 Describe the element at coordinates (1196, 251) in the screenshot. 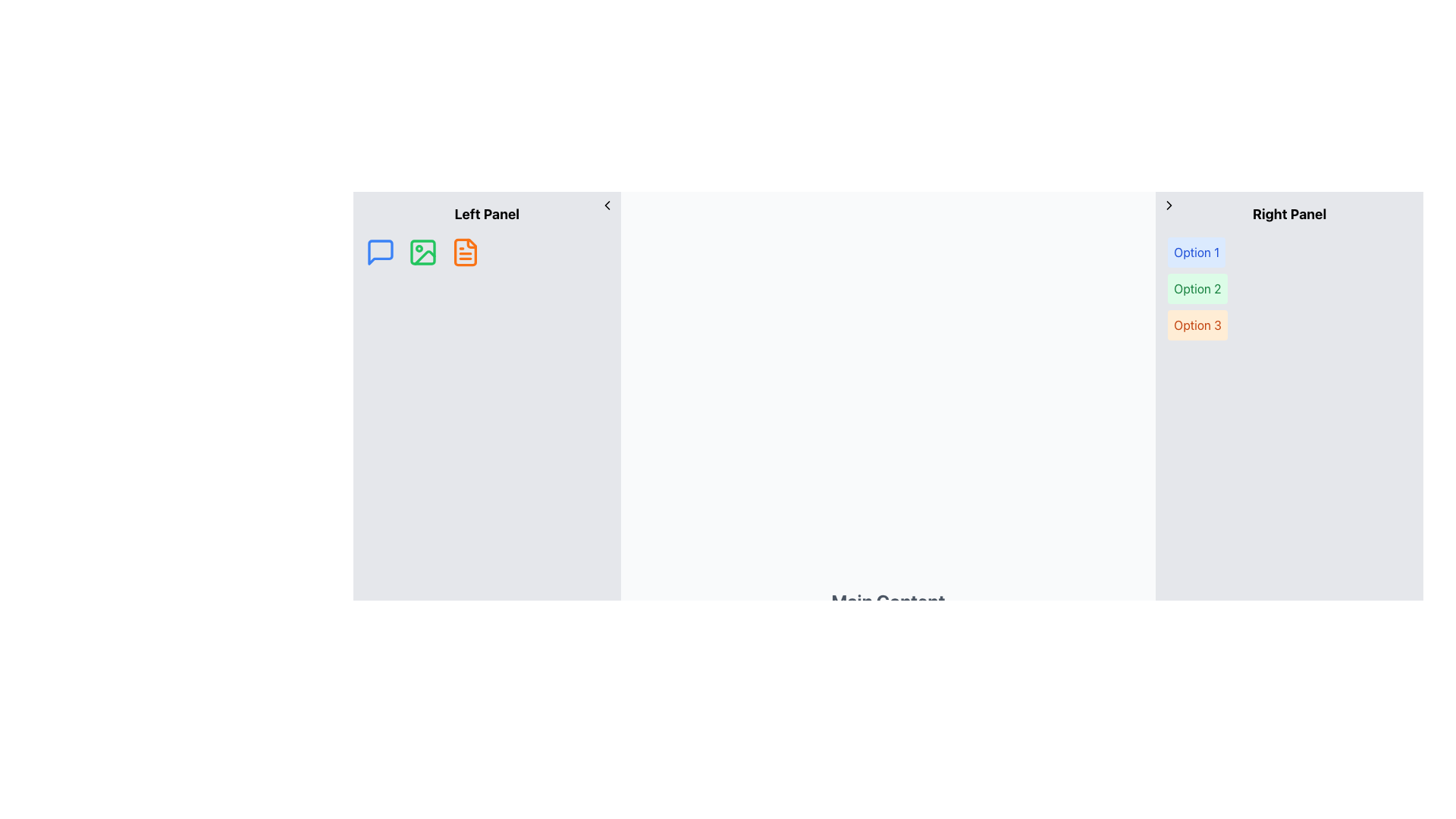

I see `the button labeled 'Option 1' which is styled with blue text on a light blue background, located` at that location.